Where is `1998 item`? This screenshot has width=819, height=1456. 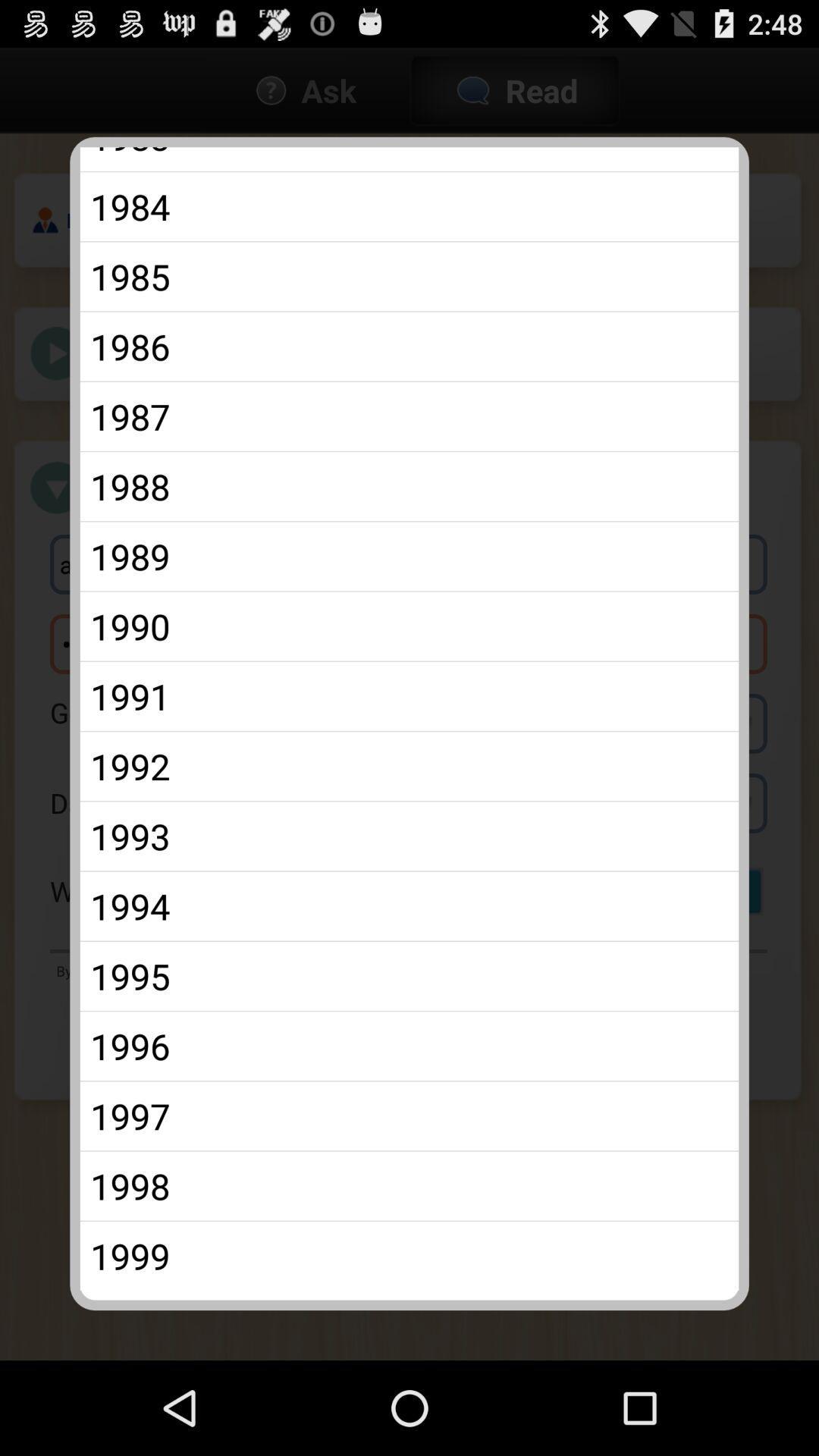
1998 item is located at coordinates (409, 1185).